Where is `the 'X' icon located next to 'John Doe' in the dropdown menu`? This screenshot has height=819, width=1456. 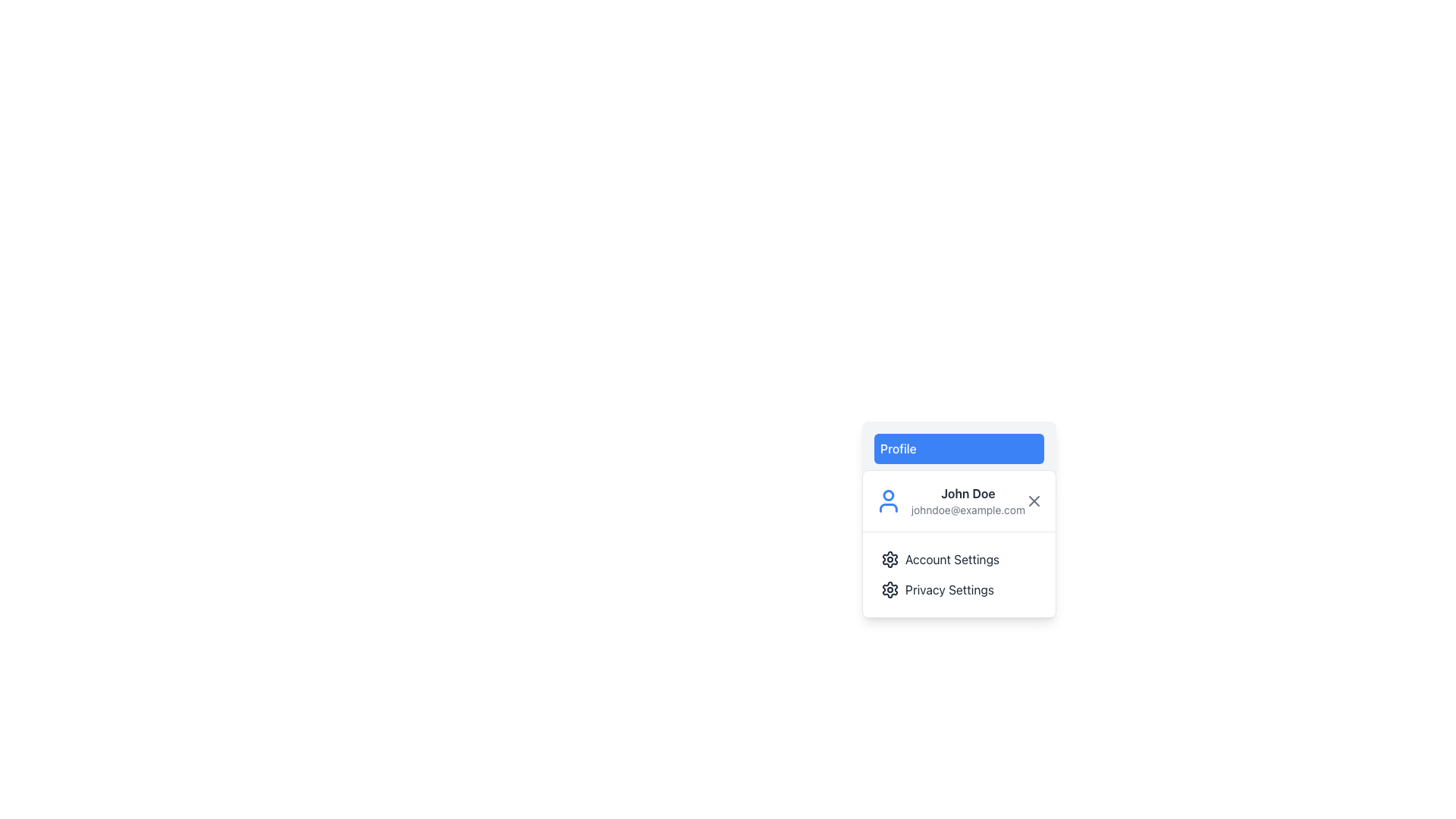 the 'X' icon located next to 'John Doe' in the dropdown menu is located at coordinates (1033, 500).